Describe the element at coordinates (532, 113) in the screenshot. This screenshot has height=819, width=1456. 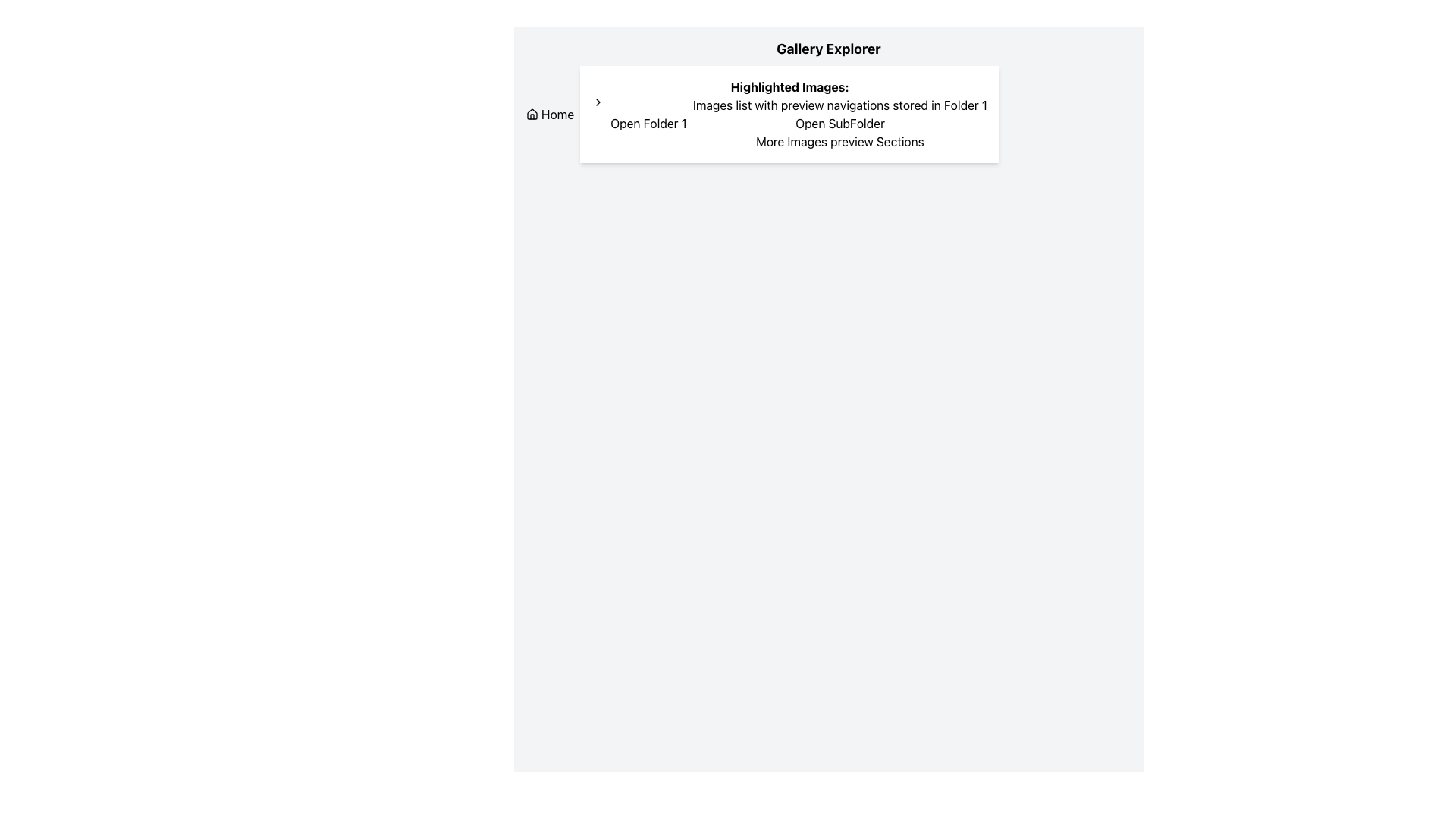
I see `the 'Home' button icon, which is a house-shaped icon with a thin outline and round edges, located at the top-left side of the interface` at that location.